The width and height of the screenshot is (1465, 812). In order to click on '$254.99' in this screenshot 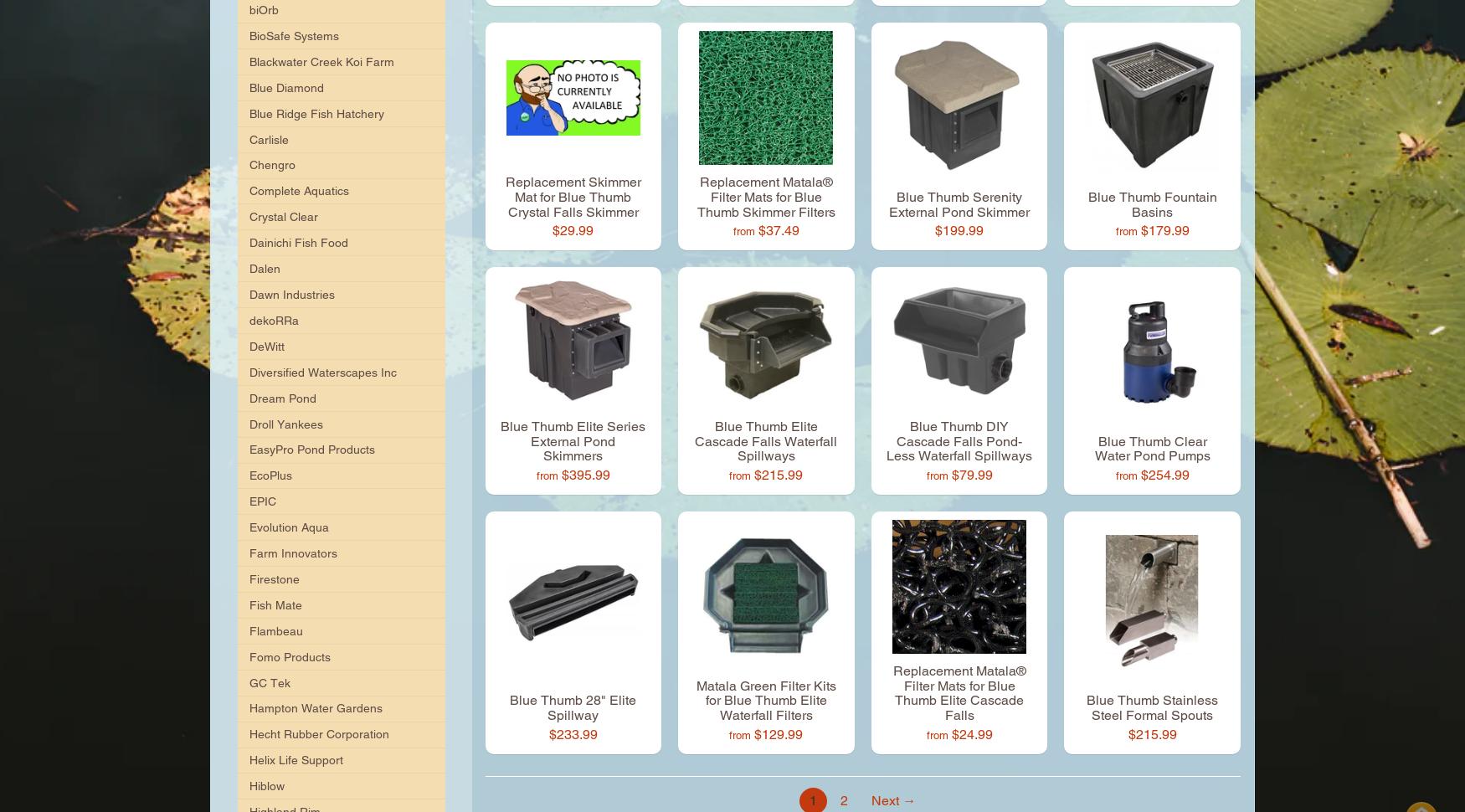, I will do `click(1140, 474)`.